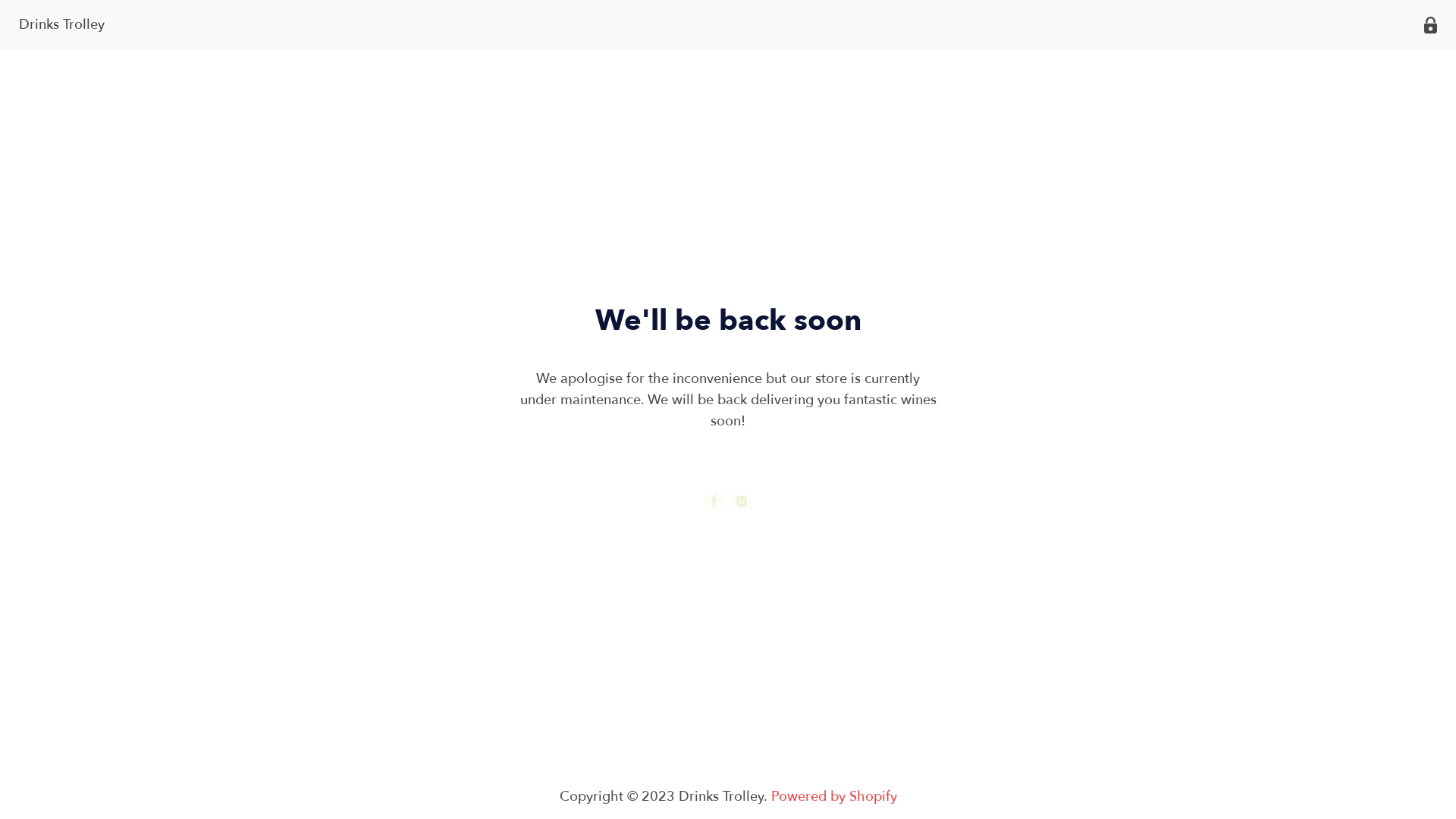 The image size is (1456, 819). What do you see at coordinates (713, 500) in the screenshot?
I see `'Find us on Facebook'` at bounding box center [713, 500].